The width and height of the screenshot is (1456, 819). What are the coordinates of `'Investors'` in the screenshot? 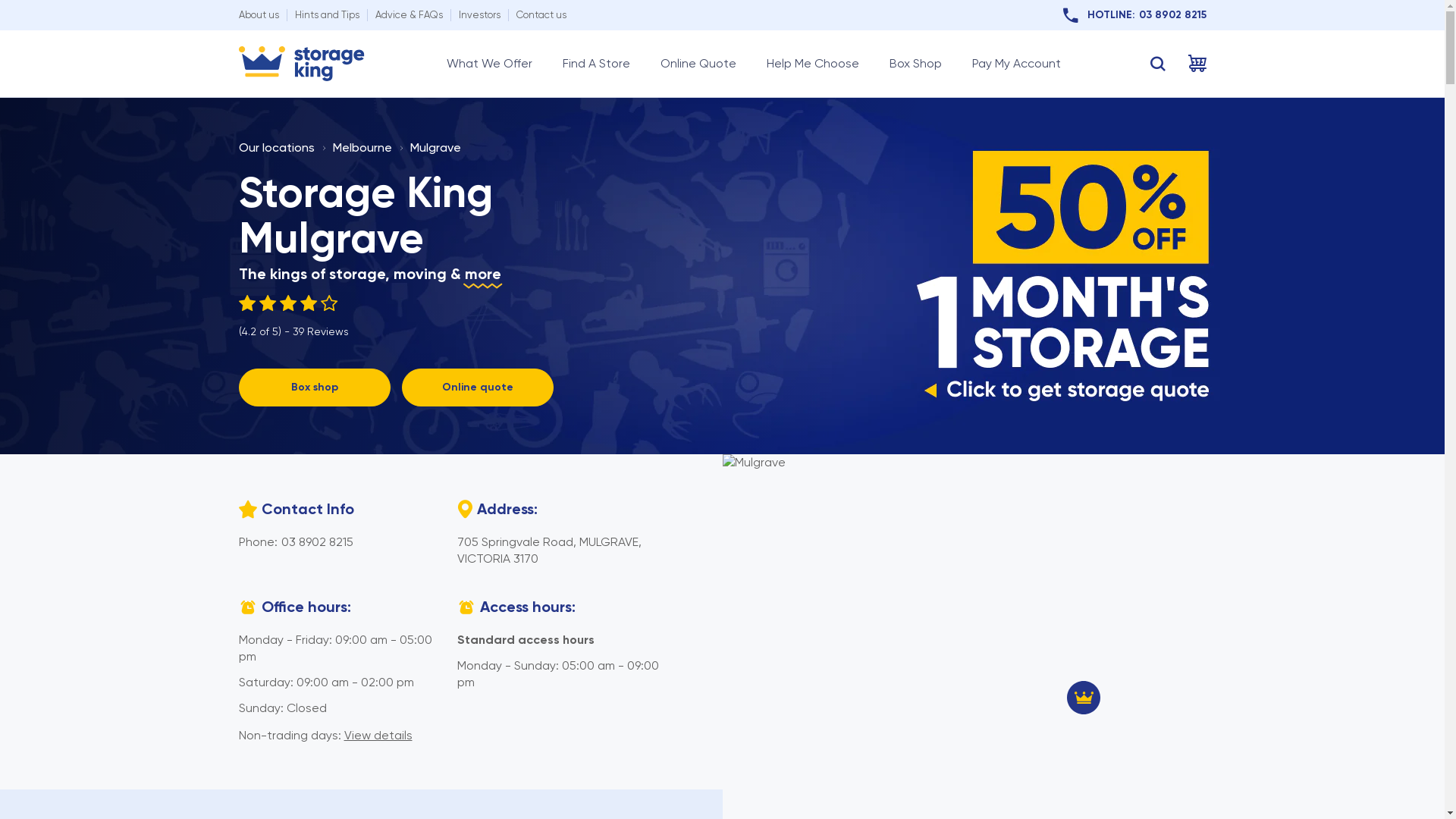 It's located at (478, 14).